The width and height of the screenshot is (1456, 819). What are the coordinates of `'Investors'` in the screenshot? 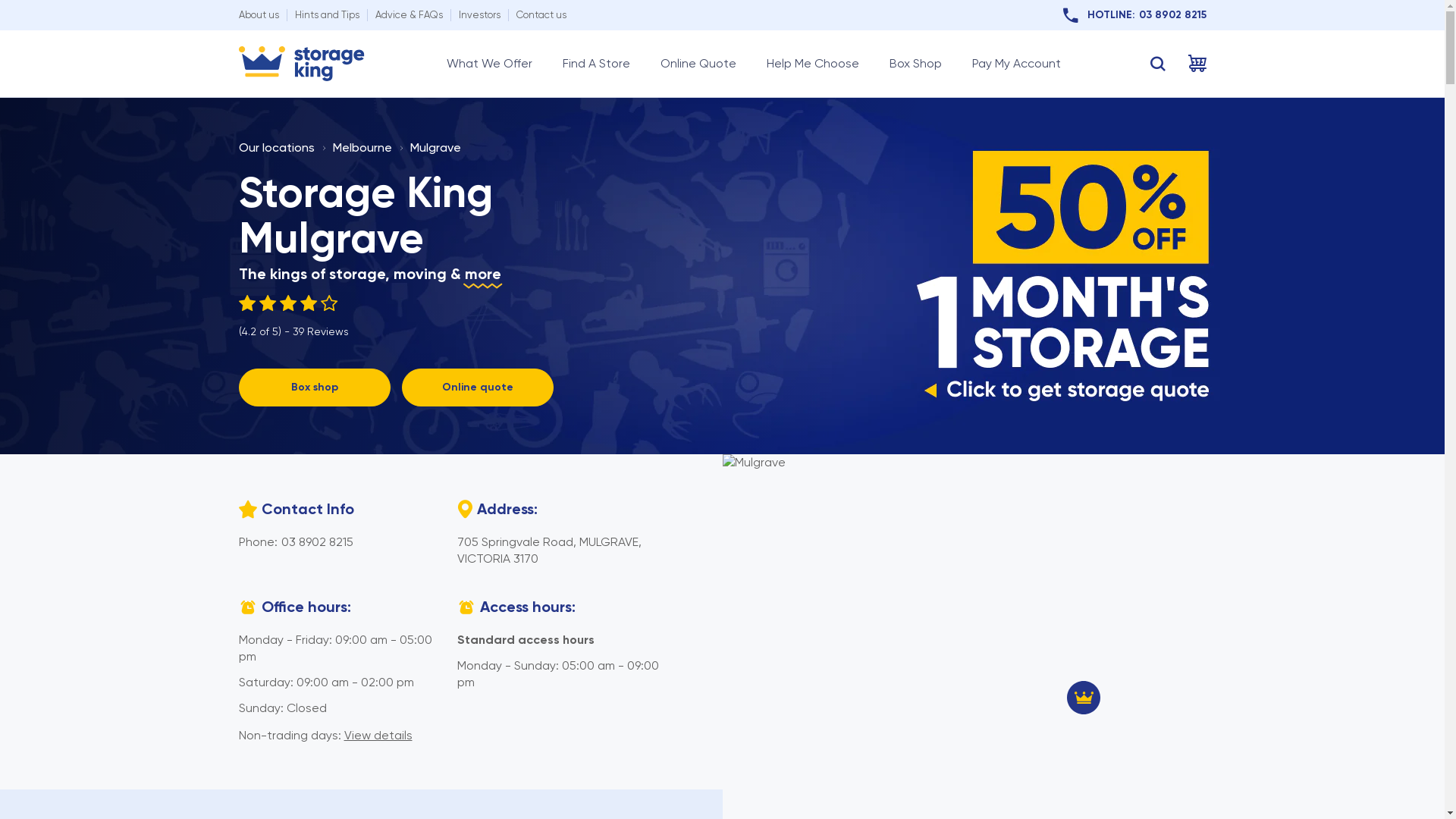 It's located at (478, 14).